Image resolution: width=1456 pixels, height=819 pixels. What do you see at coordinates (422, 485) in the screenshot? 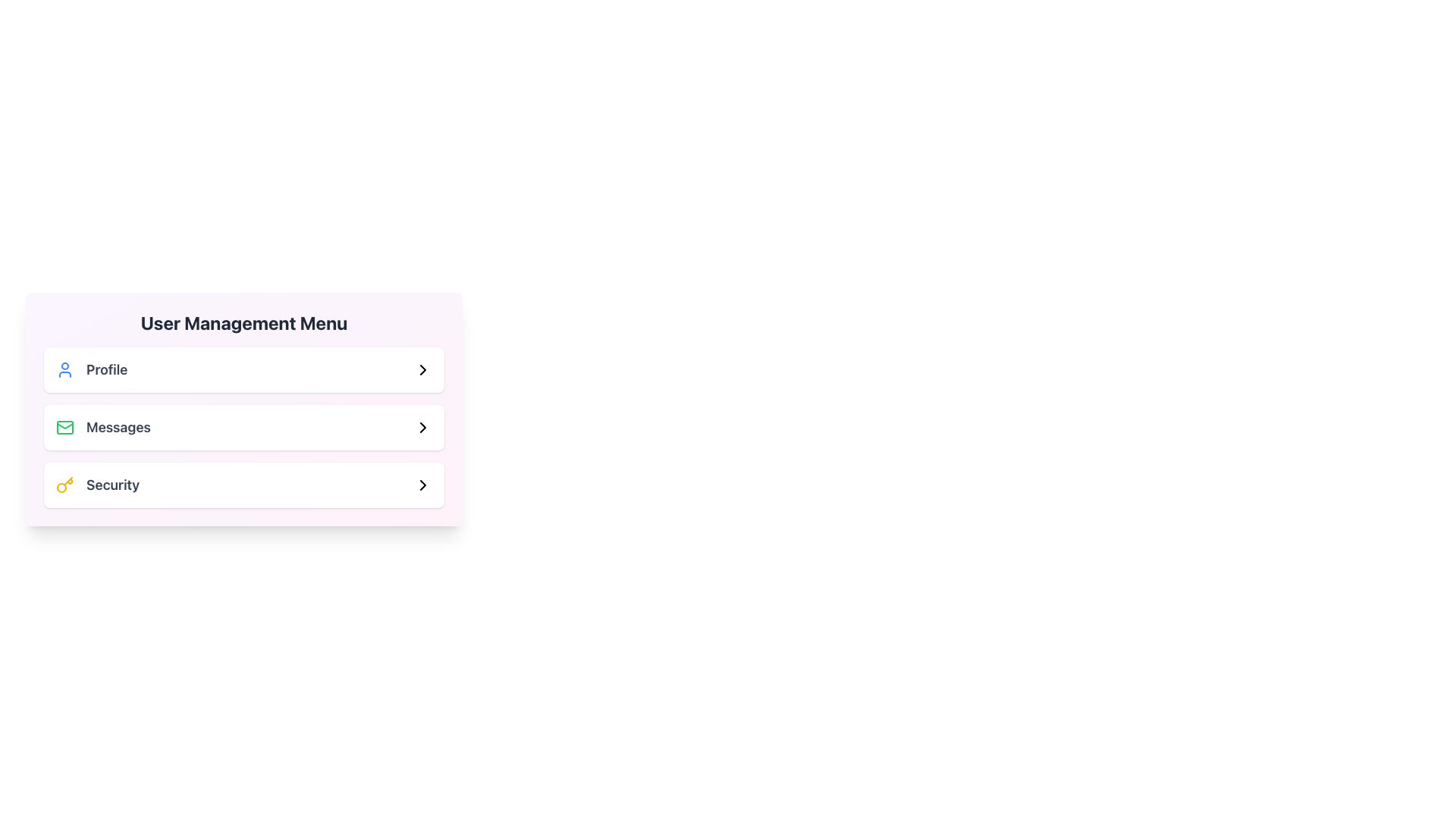
I see `the arrow icon located in the last menu item labeled 'Security', positioned on the far-right side of the menu` at bounding box center [422, 485].